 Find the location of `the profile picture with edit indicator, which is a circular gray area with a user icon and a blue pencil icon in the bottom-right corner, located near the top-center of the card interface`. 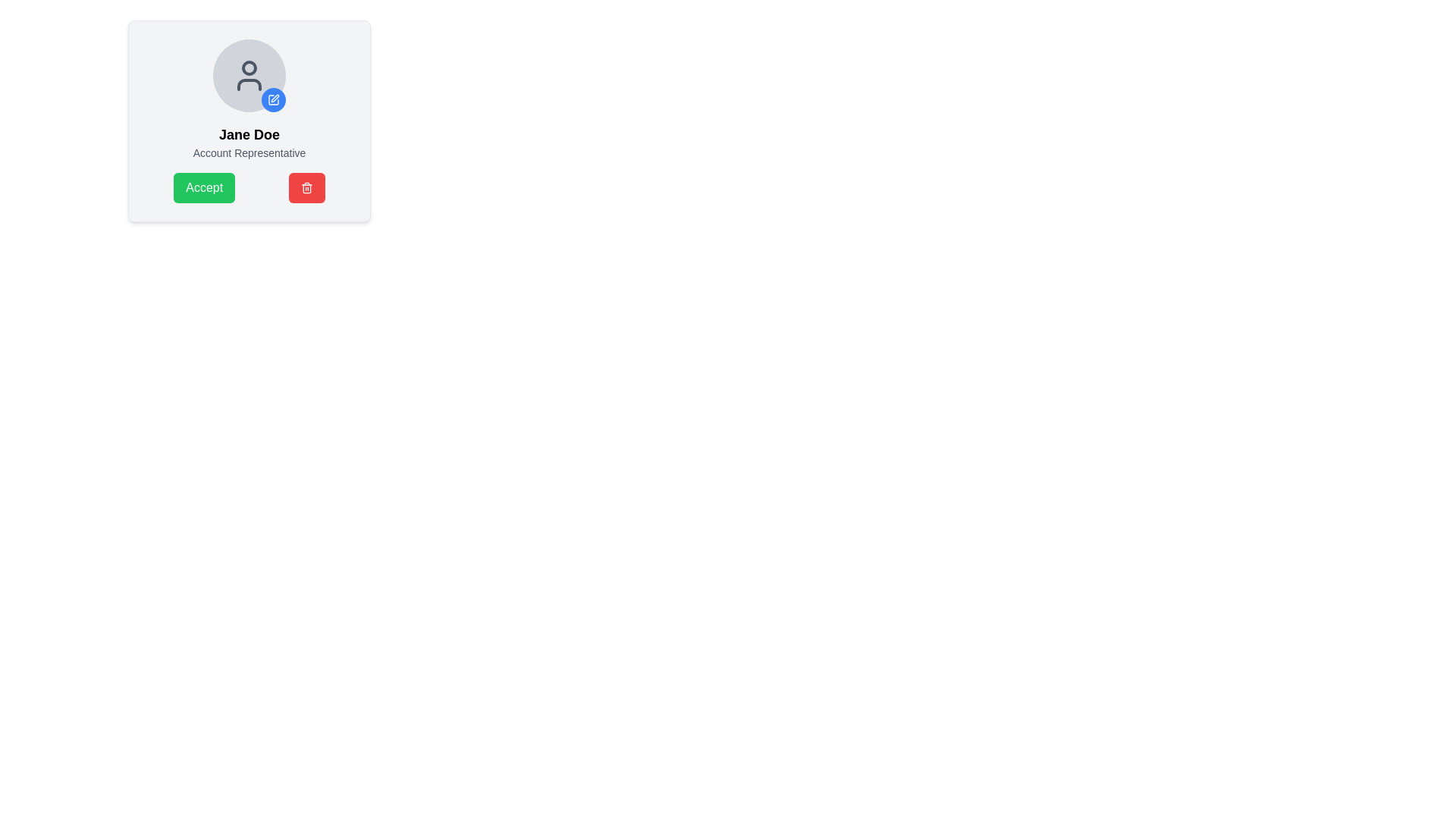

the profile picture with edit indicator, which is a circular gray area with a user icon and a blue pencil icon in the bottom-right corner, located near the top-center of the card interface is located at coordinates (249, 76).